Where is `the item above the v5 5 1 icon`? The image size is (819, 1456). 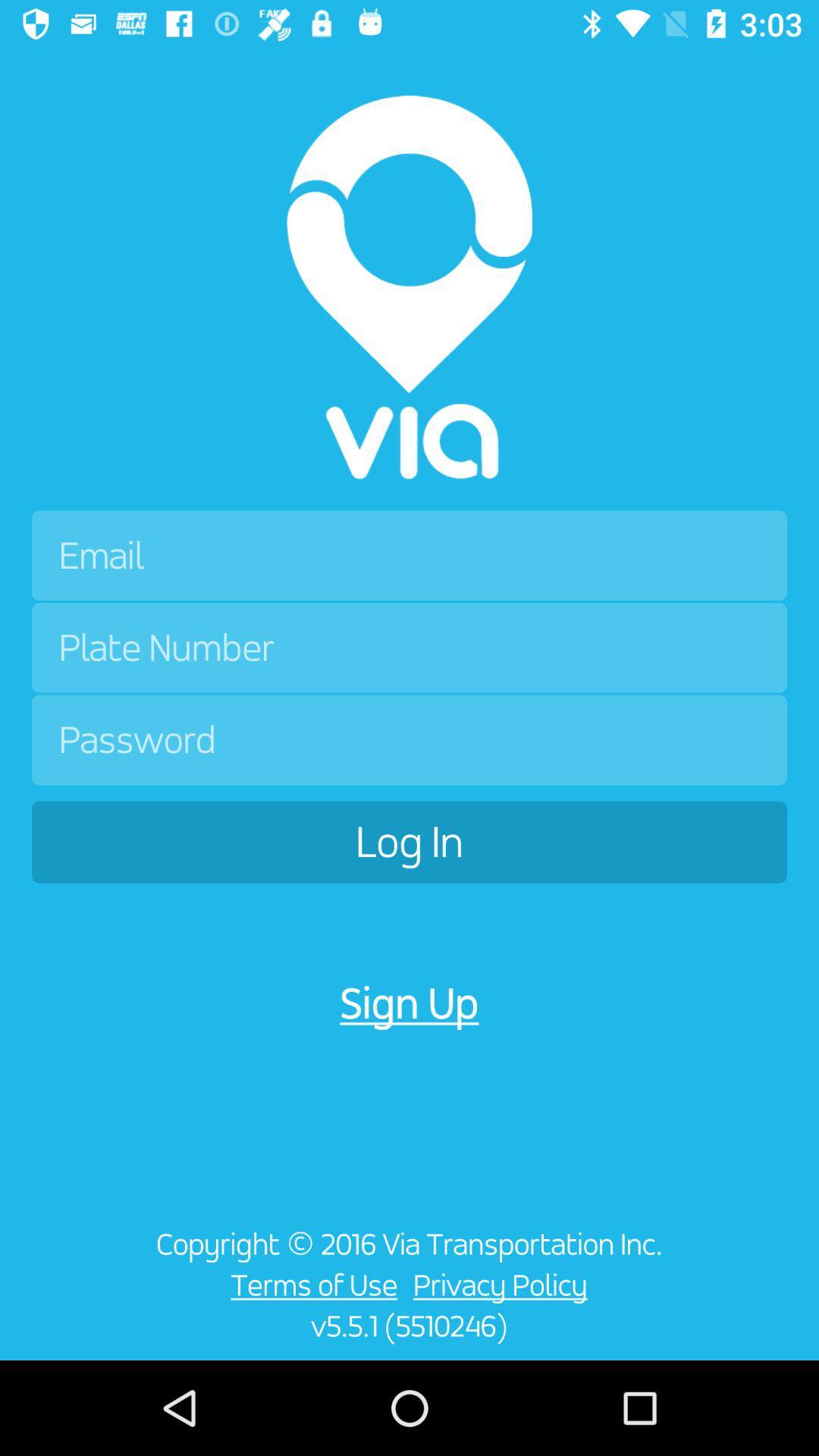
the item above the v5 5 1 icon is located at coordinates (504, 1284).